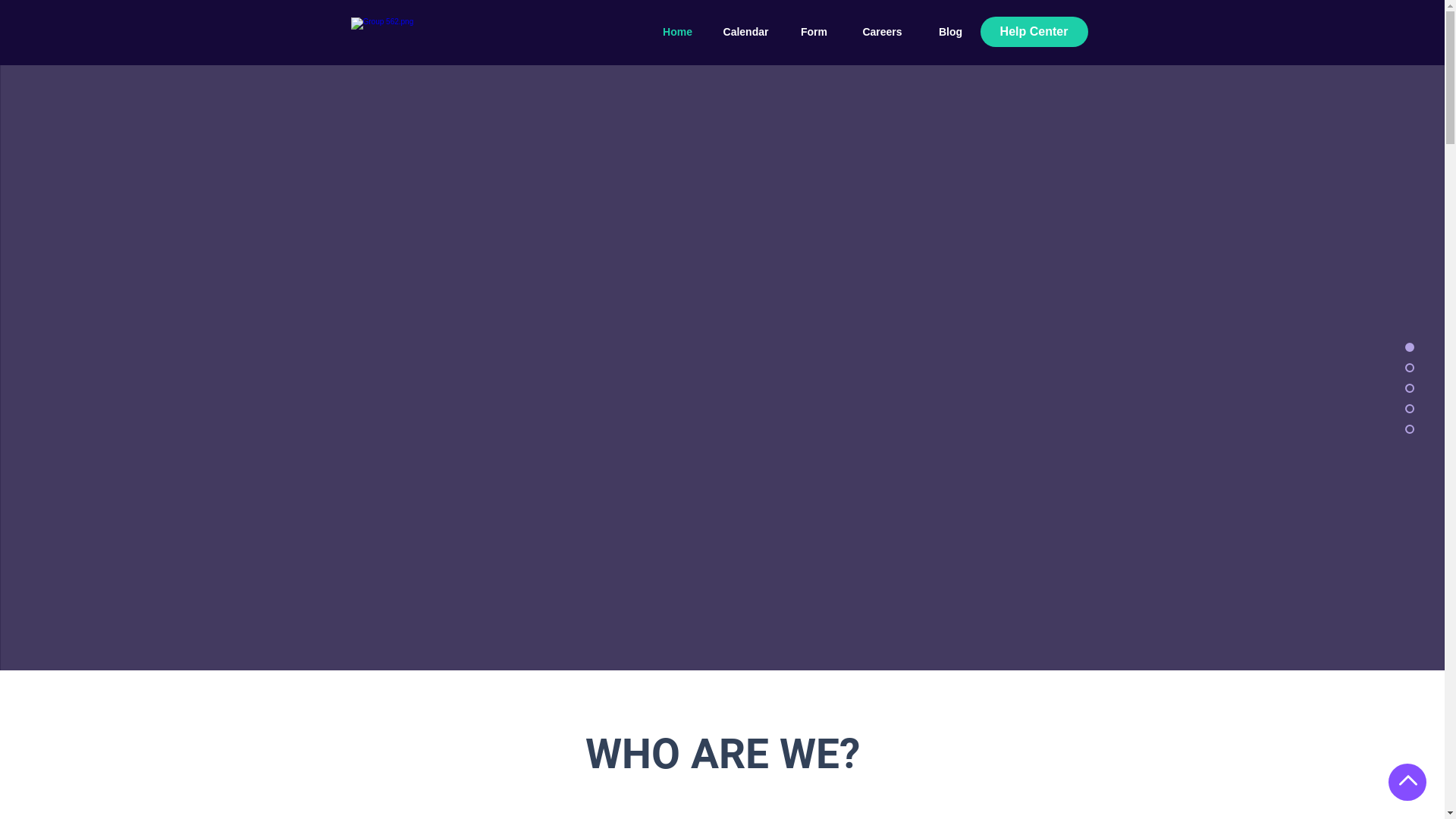 This screenshot has height=819, width=1456. What do you see at coordinates (1033, 32) in the screenshot?
I see `'Help Center'` at bounding box center [1033, 32].